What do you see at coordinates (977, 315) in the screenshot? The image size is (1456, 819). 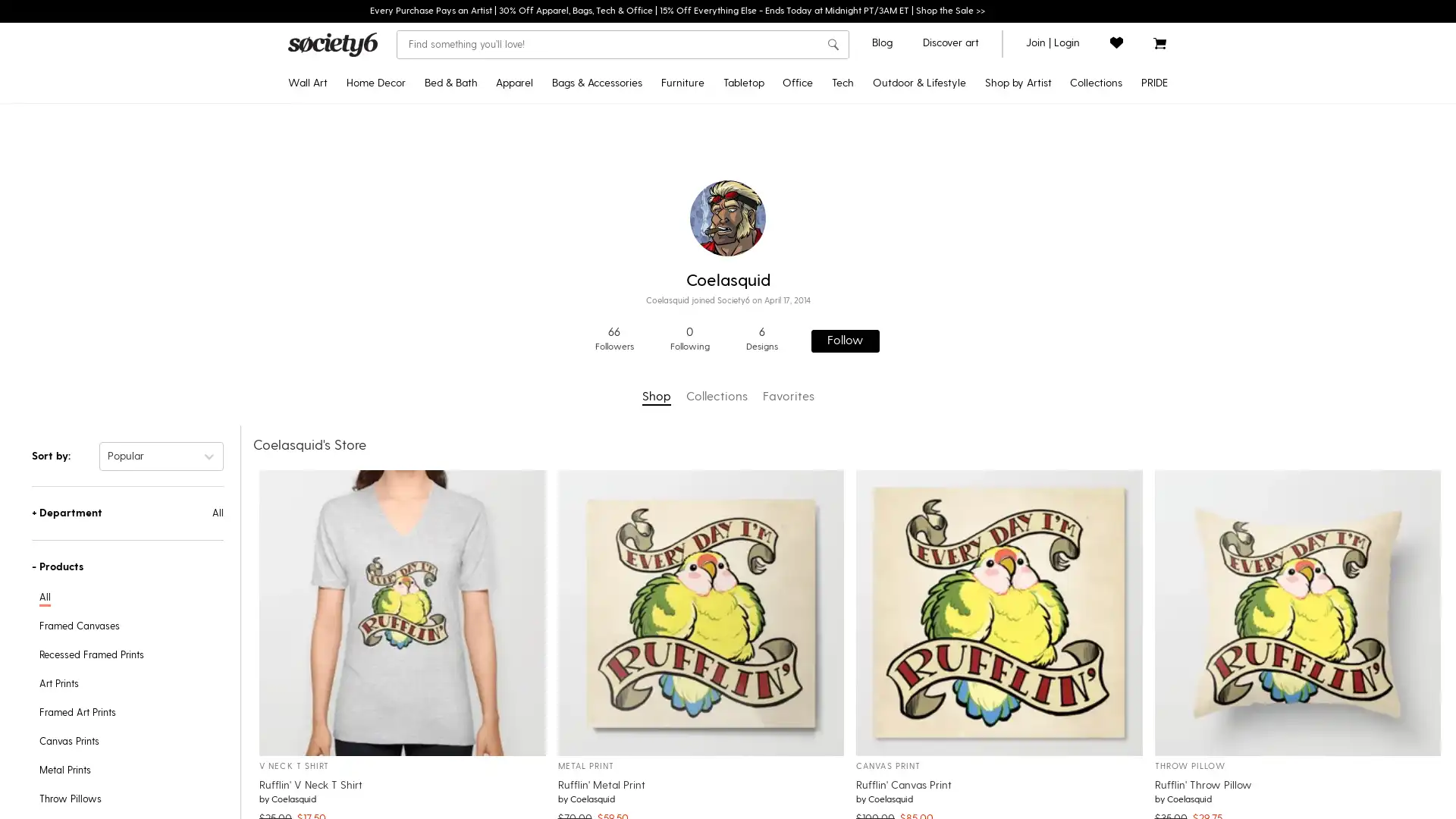 I see `Artist Holiday Series` at bounding box center [977, 315].